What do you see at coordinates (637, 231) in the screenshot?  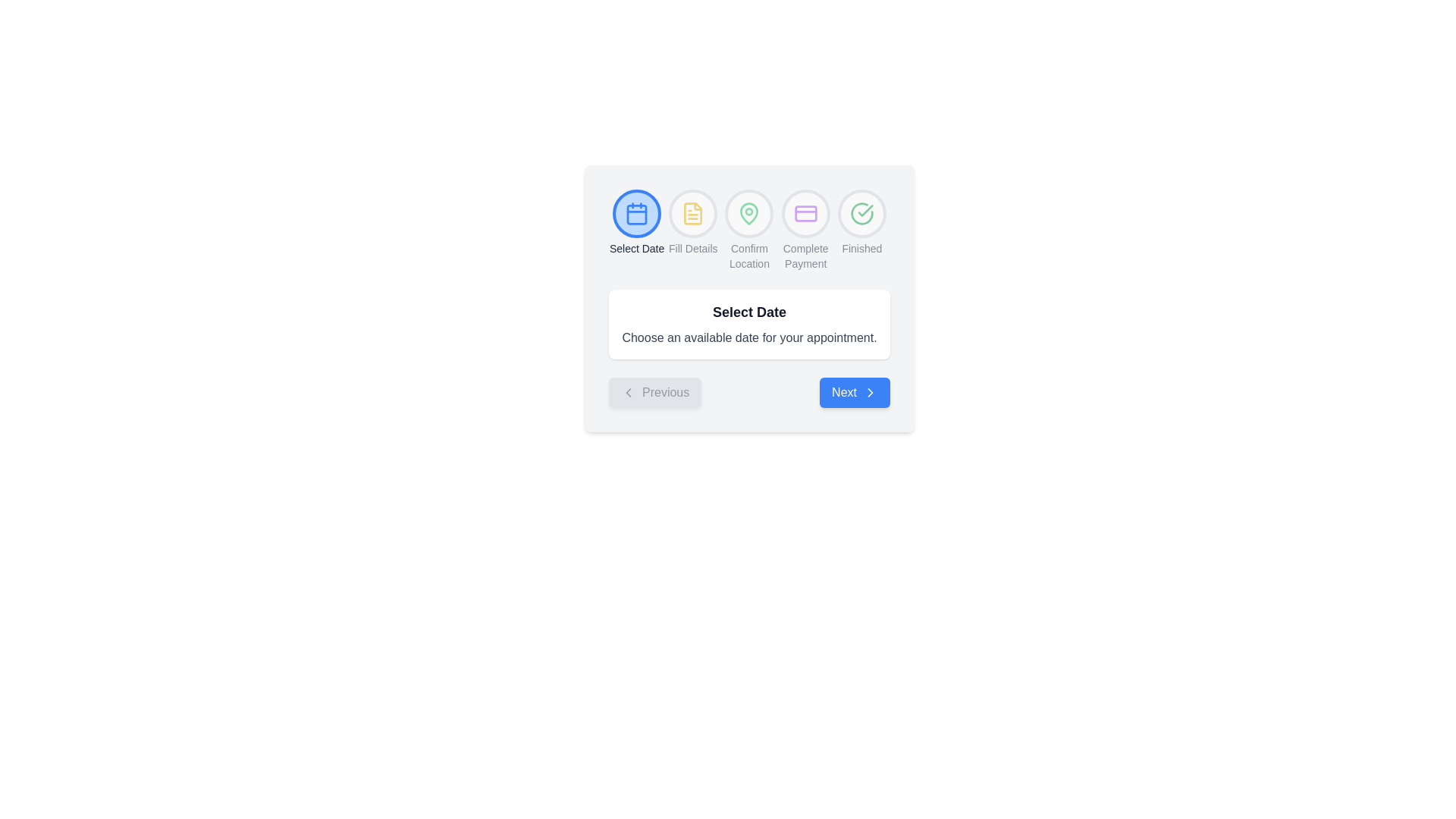 I see `the first step indicator in the progress tracker` at bounding box center [637, 231].